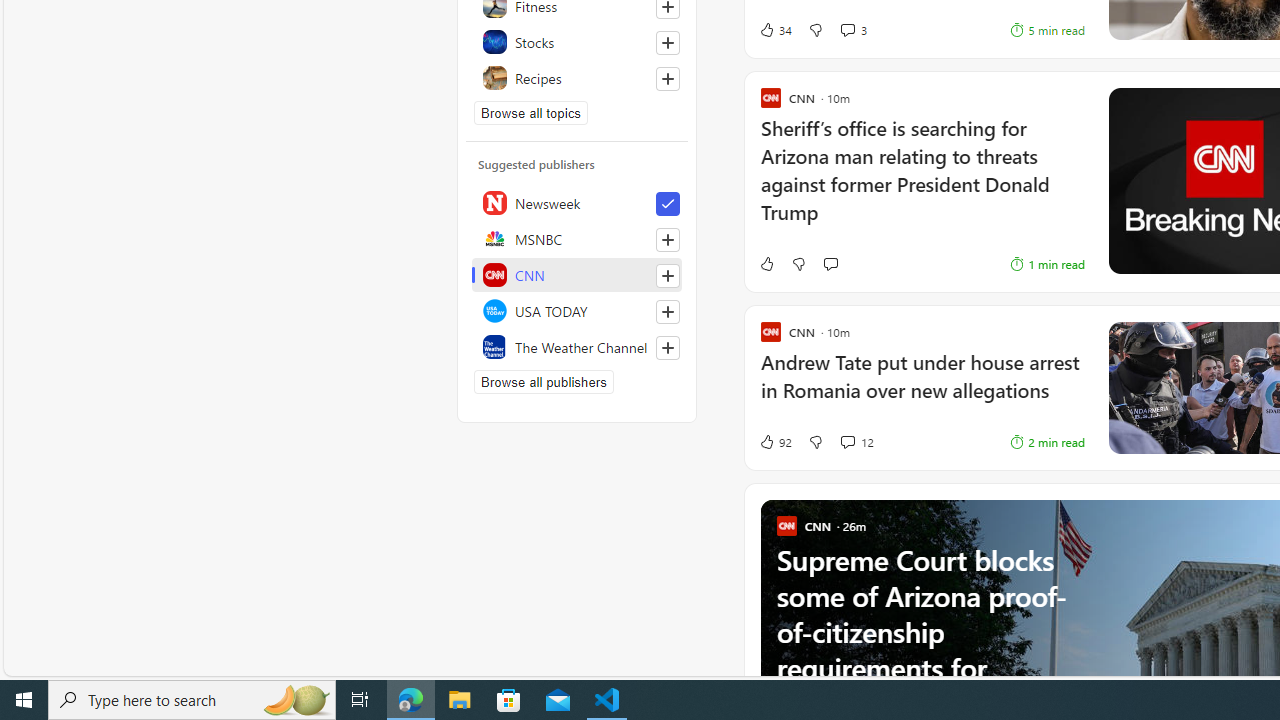 The height and width of the screenshot is (720, 1280). I want to click on 'View comments 3 Comment', so click(847, 30).